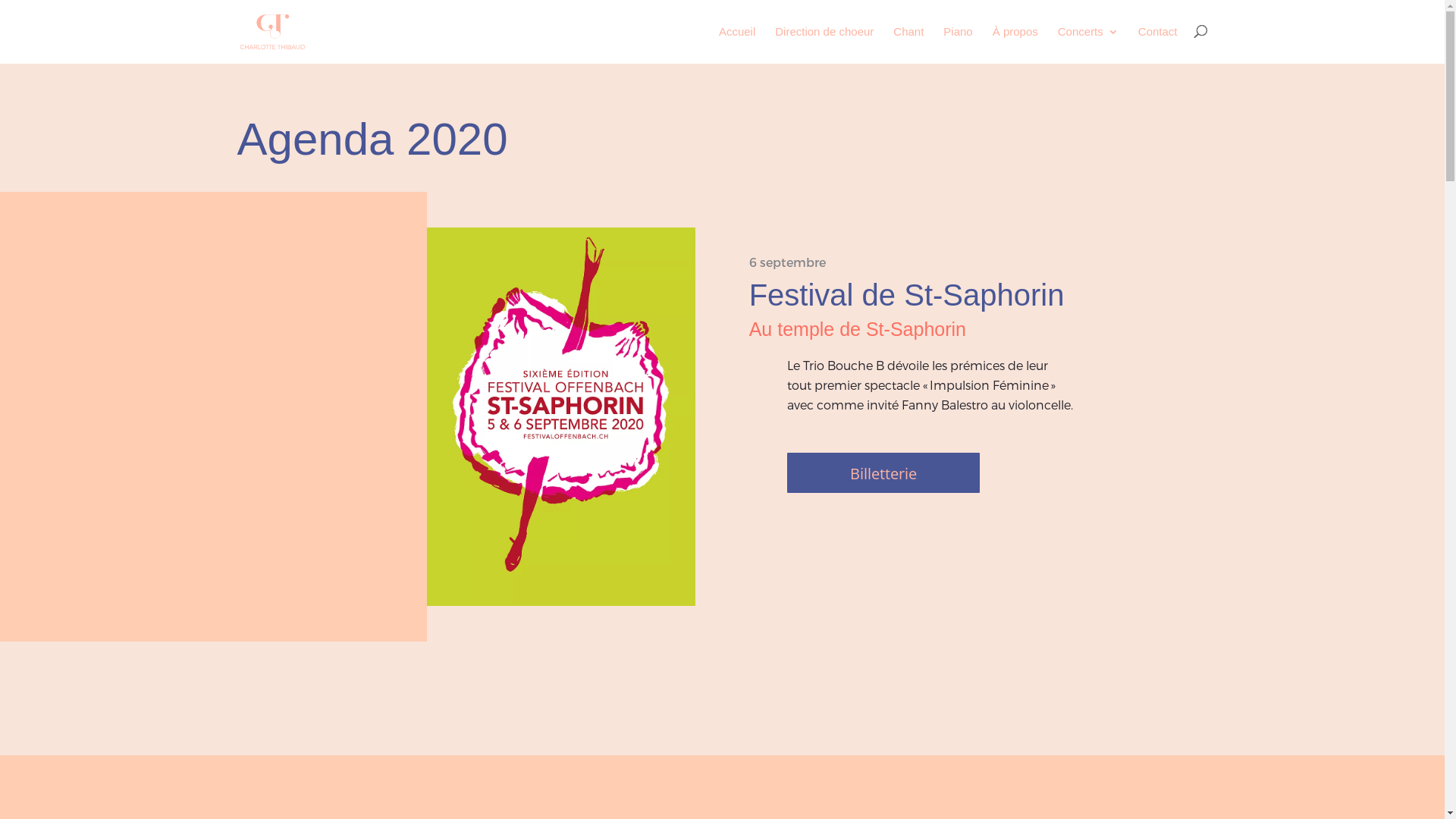 The image size is (1456, 819). Describe the element at coordinates (1156, 43) in the screenshot. I see `'Contact'` at that location.